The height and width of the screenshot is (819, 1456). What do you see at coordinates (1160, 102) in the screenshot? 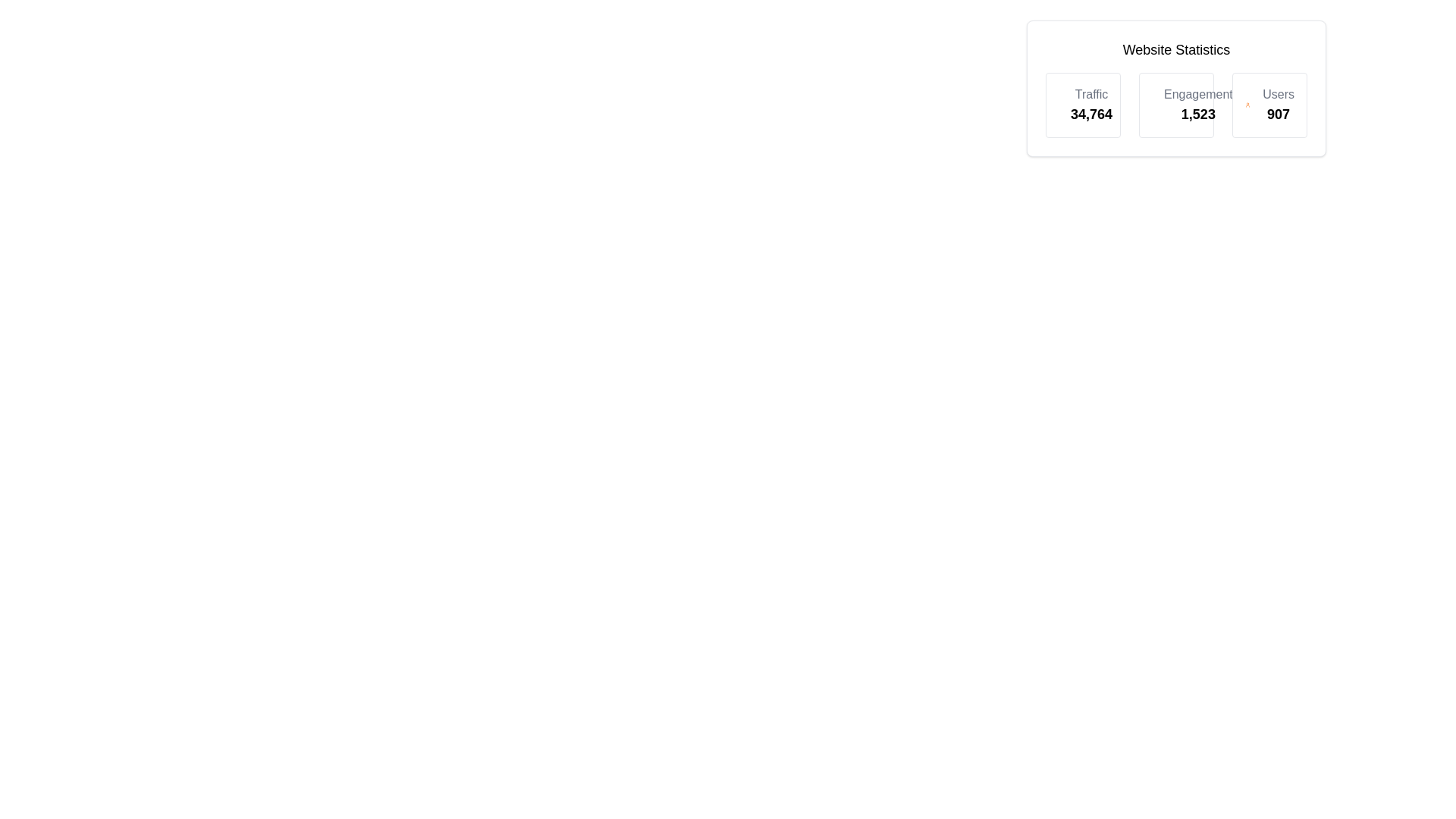
I see `the decorative Circle element within the SVG graphic that enhances the UI of the 'Engagement' statistic card in the 'Website Statistics' section` at bounding box center [1160, 102].